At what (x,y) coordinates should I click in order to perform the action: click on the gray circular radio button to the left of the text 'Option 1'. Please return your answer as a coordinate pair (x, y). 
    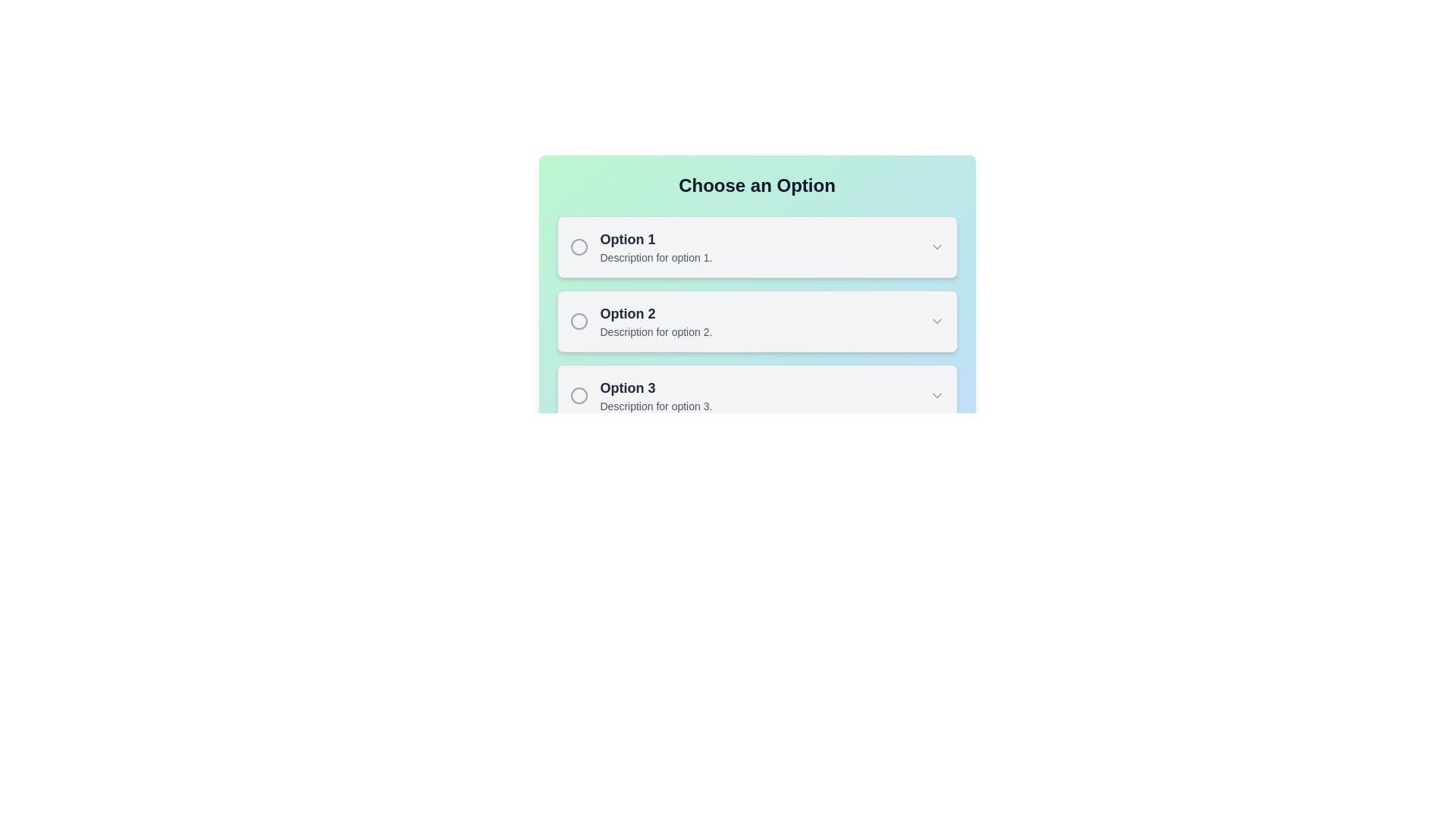
    Looking at the image, I should click on (578, 246).